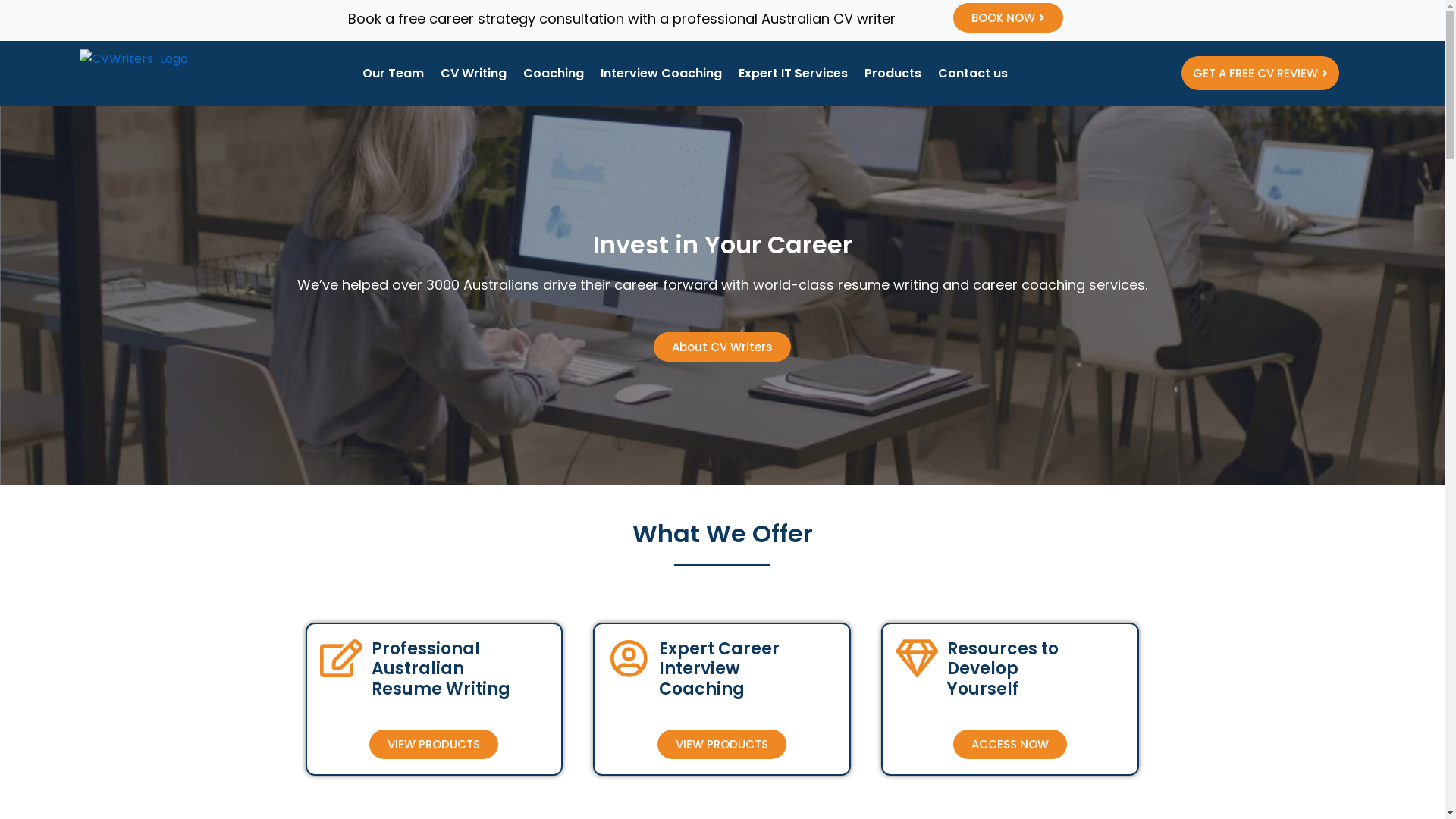 The image size is (1456, 819). I want to click on 'VIEW PRODUCTS', so click(432, 743).